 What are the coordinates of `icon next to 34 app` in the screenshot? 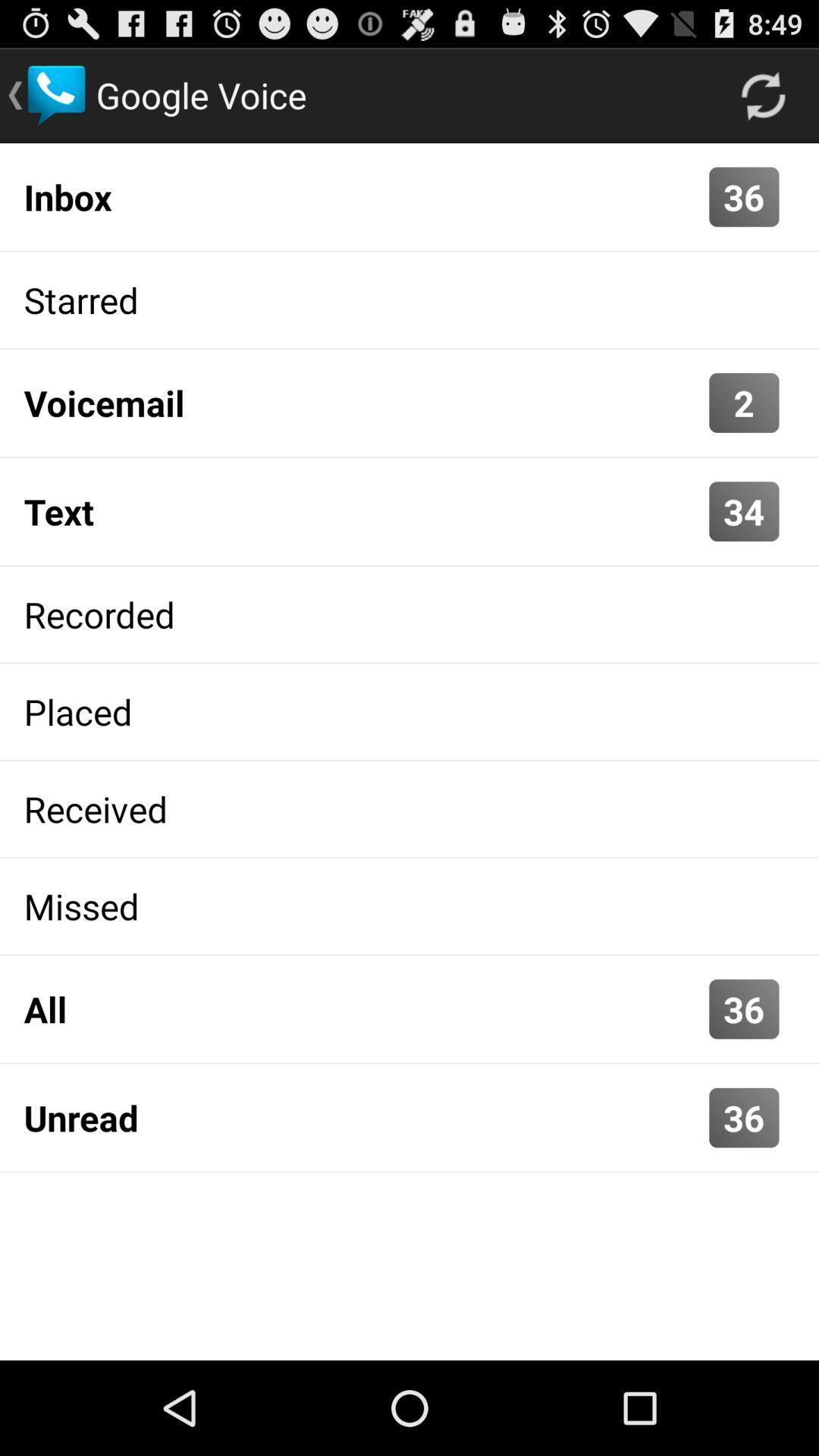 It's located at (362, 511).